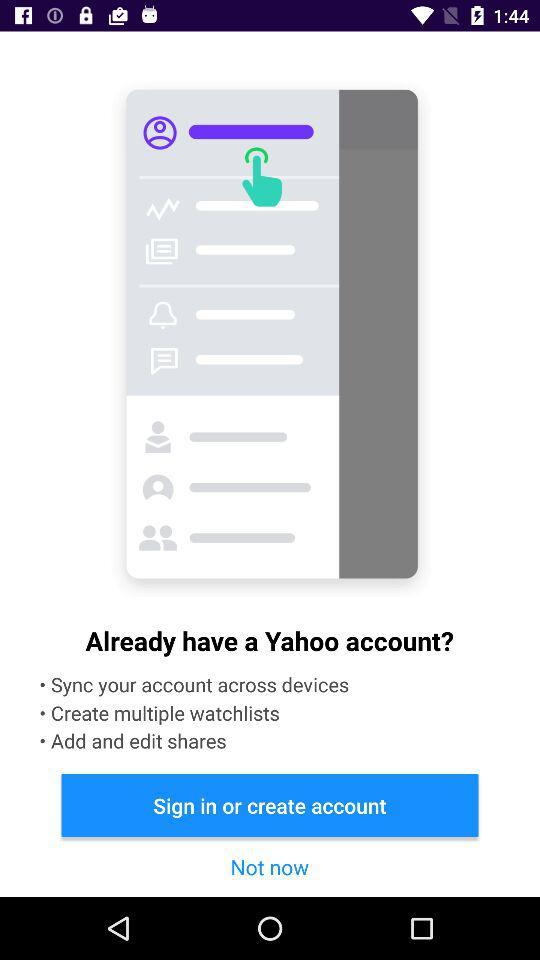  Describe the element at coordinates (269, 865) in the screenshot. I see `item below the sign in or item` at that location.